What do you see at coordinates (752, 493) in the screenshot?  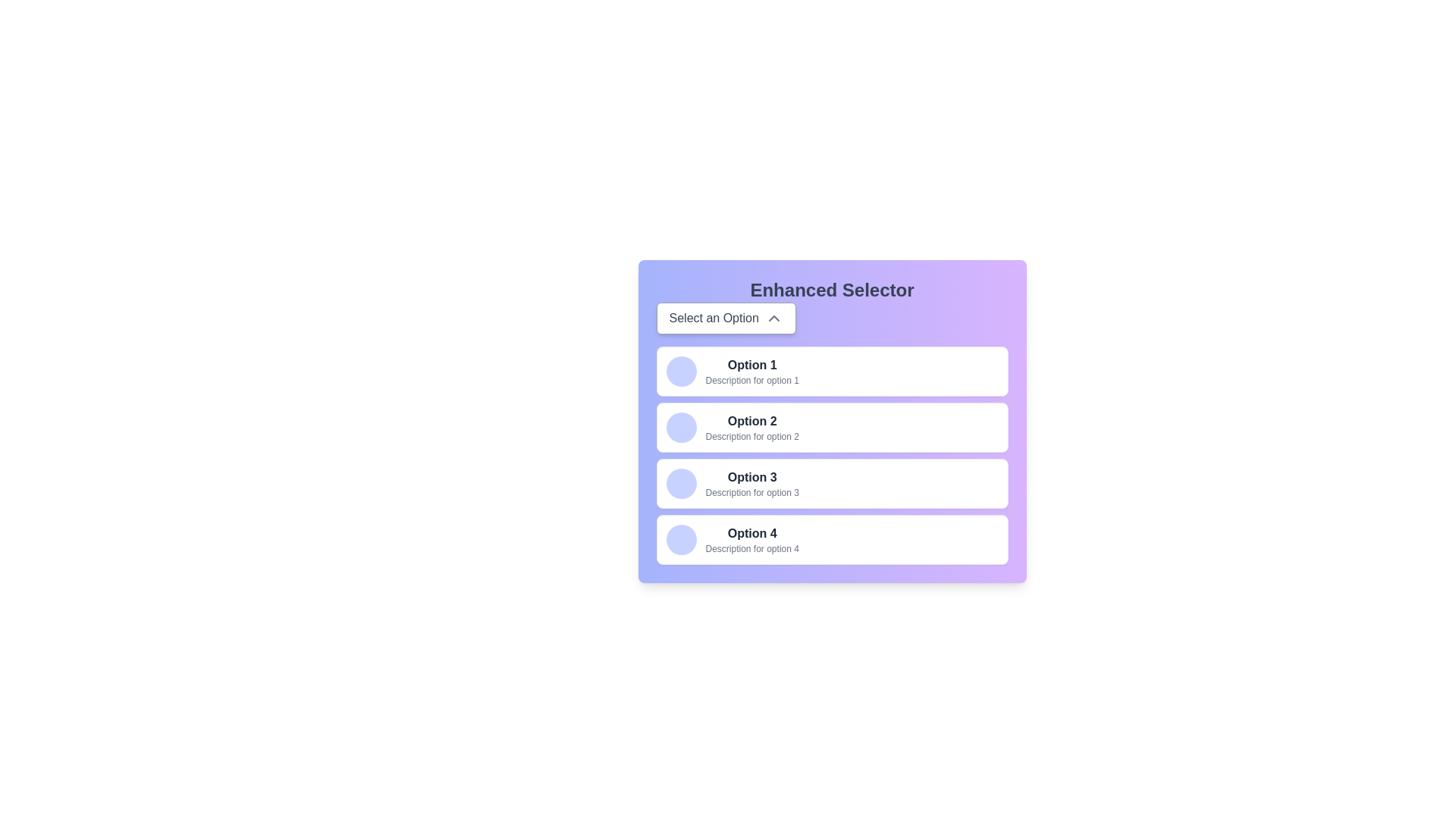 I see `the descriptive text label in gray color located under the title 'Option 3' in the 'Enhanced Selector' card` at bounding box center [752, 493].